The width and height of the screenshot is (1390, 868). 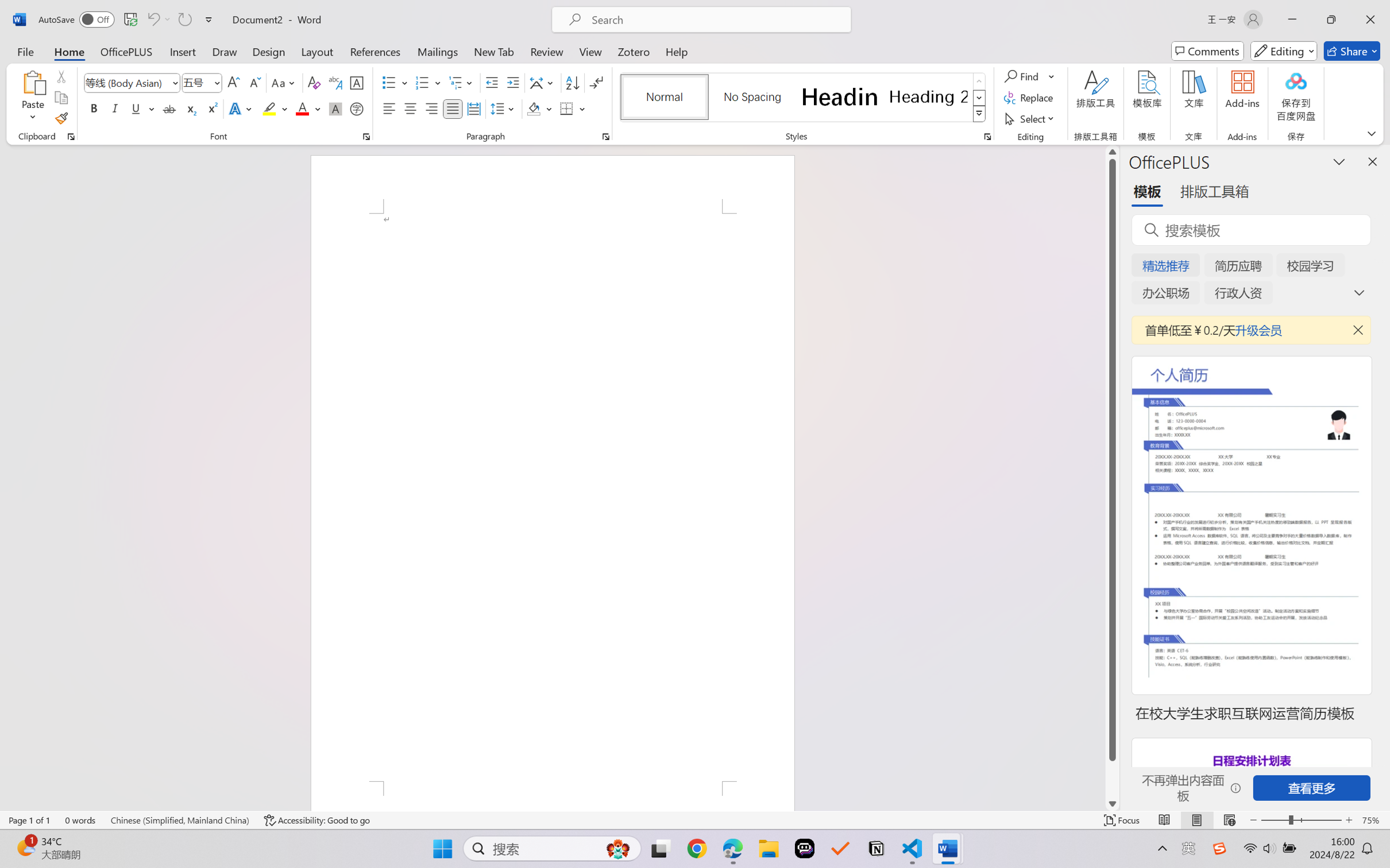 What do you see at coordinates (268, 51) in the screenshot?
I see `'Design'` at bounding box center [268, 51].